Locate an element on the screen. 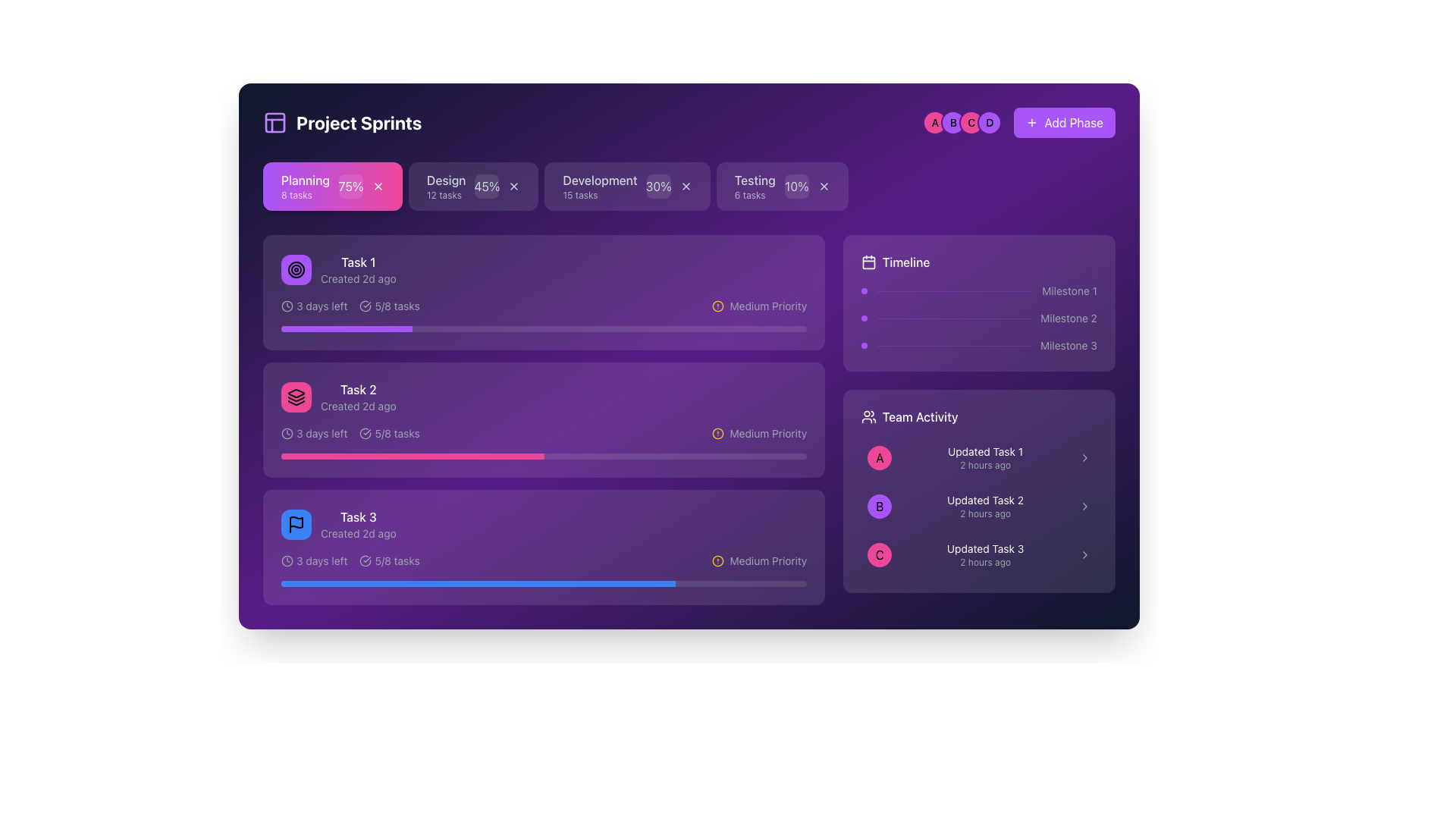  the rectangular SVG graphical component with rounded corners located in the top-left corner of the interface, adjacent to the title text 'Project Sprints.' is located at coordinates (275, 122).